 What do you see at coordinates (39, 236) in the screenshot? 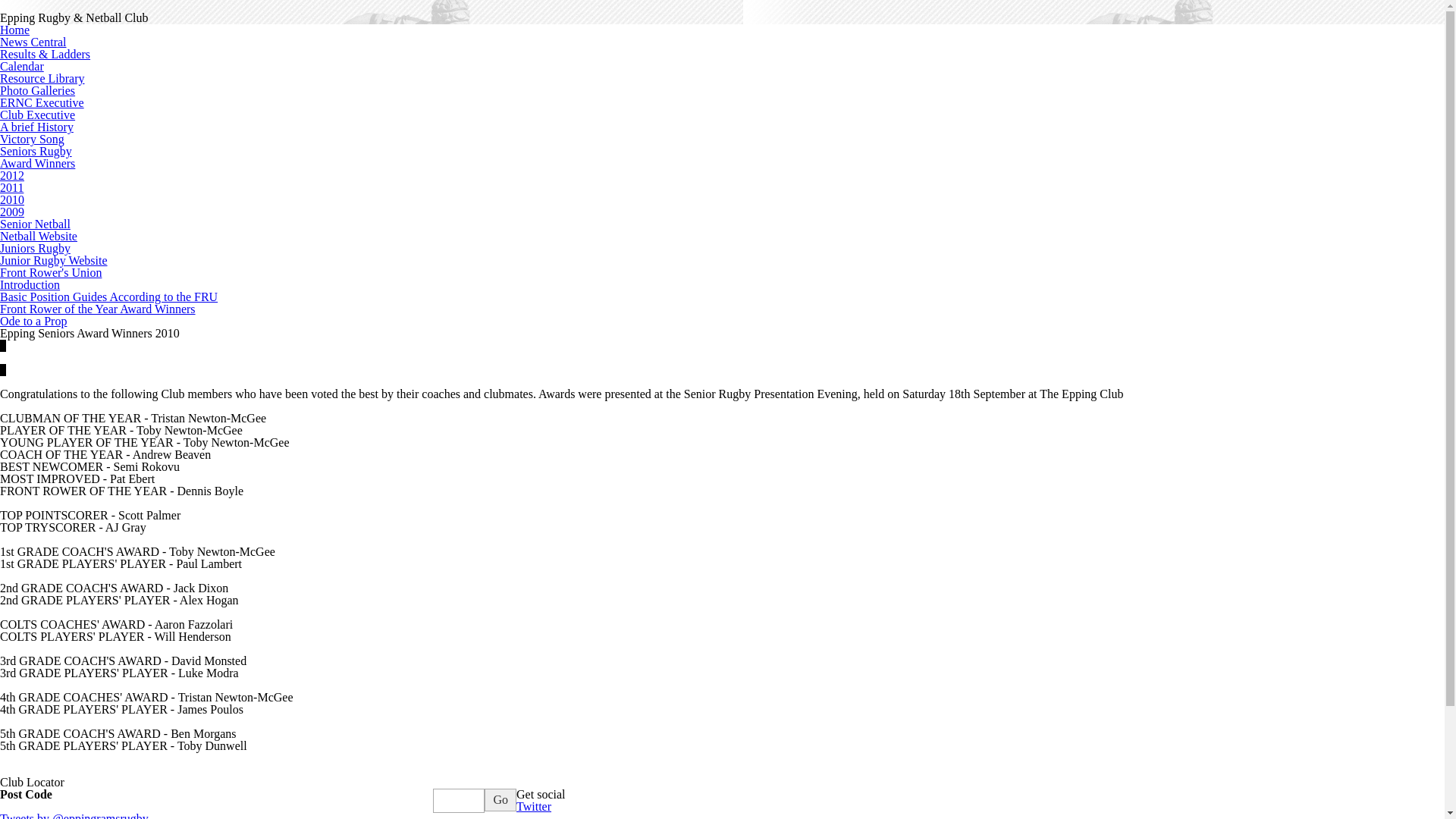
I see `'Netball Website'` at bounding box center [39, 236].